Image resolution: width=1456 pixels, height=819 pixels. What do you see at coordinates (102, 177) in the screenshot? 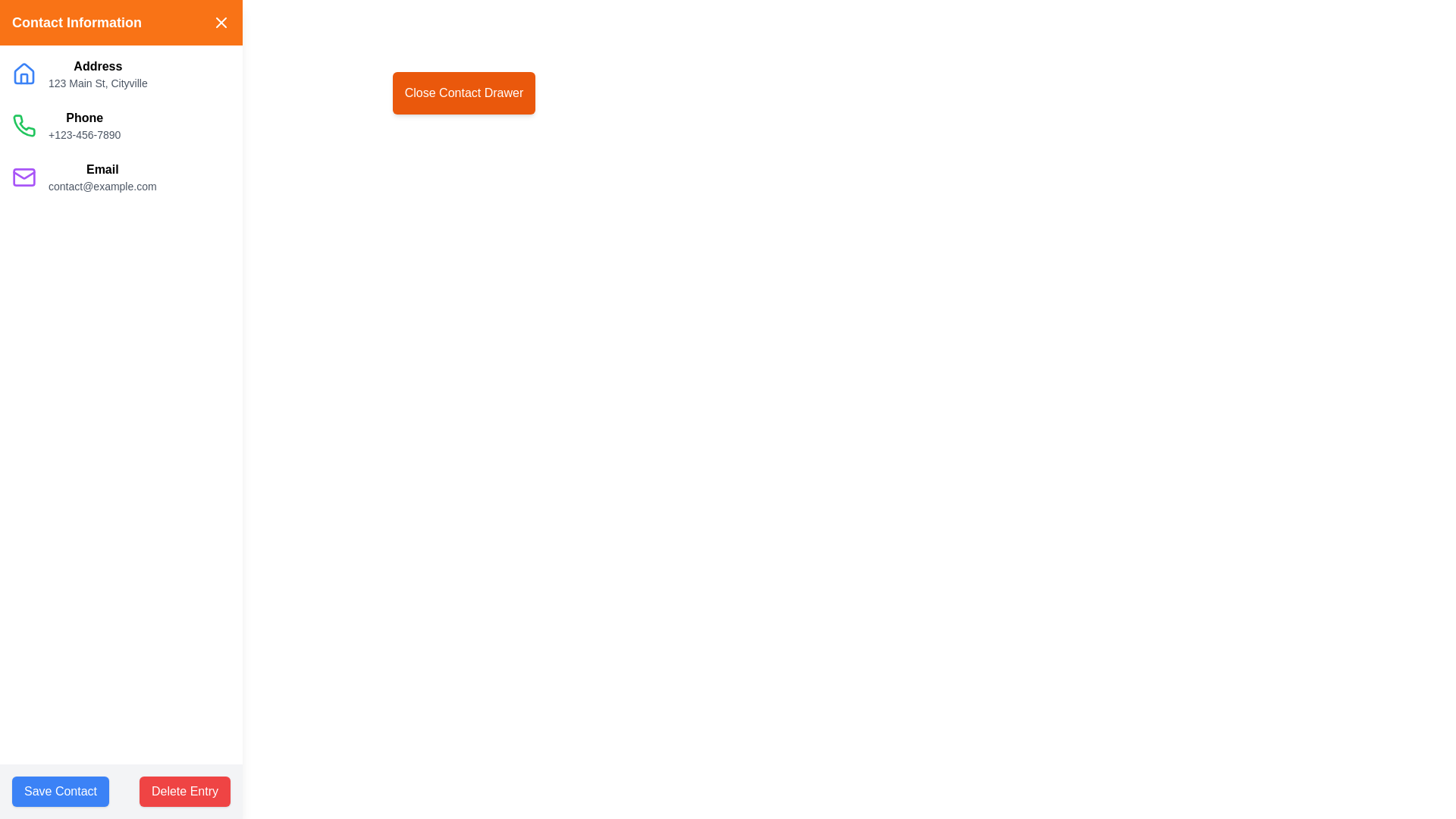
I see `the 'Email' text display element, which is the third entry in the contact information list, featuring the text 'Email' in bold and 'contact@example.com' in a lighter font, located below the 'Phone' entry` at bounding box center [102, 177].